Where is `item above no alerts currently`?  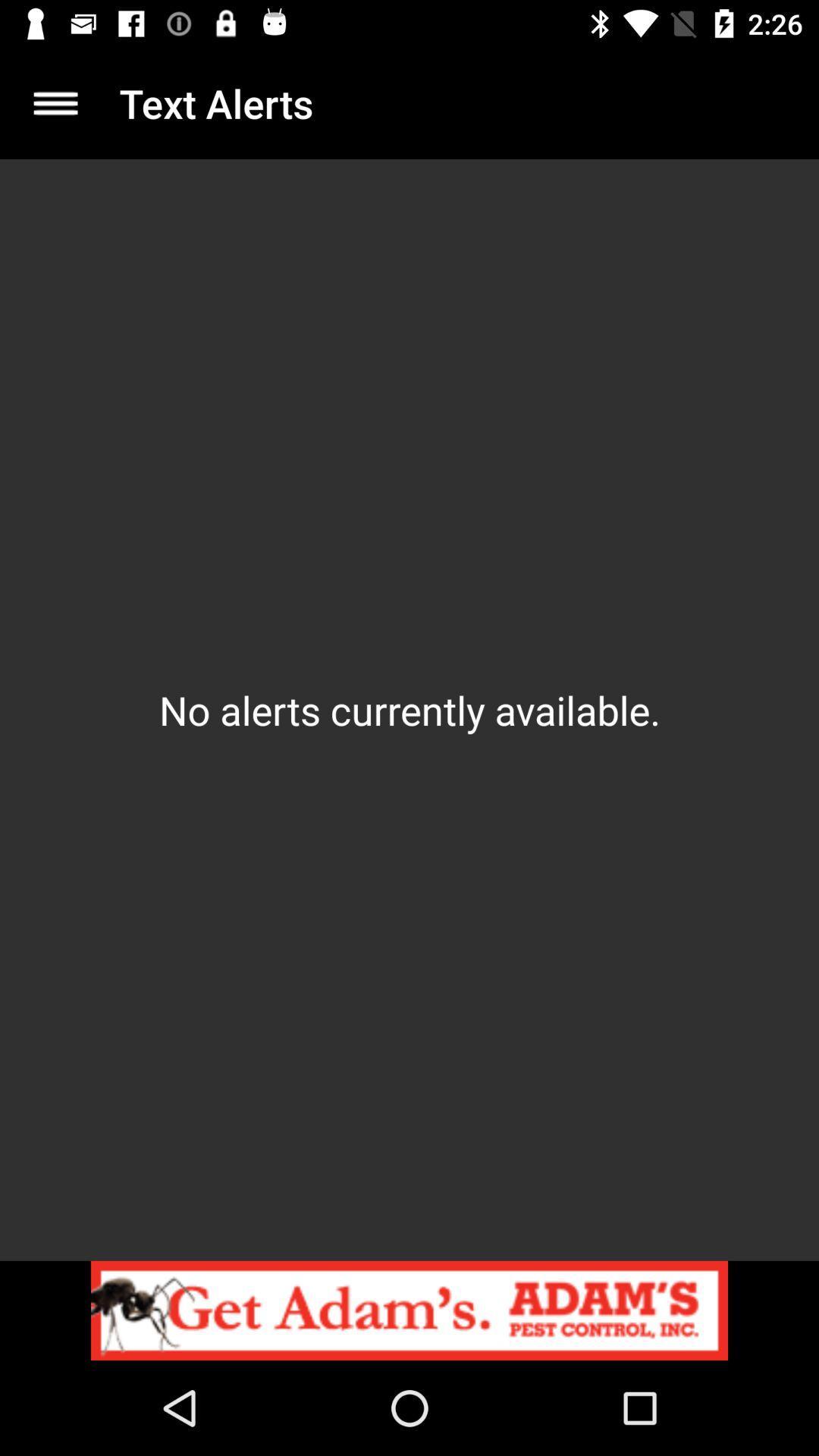
item above no alerts currently is located at coordinates (55, 102).